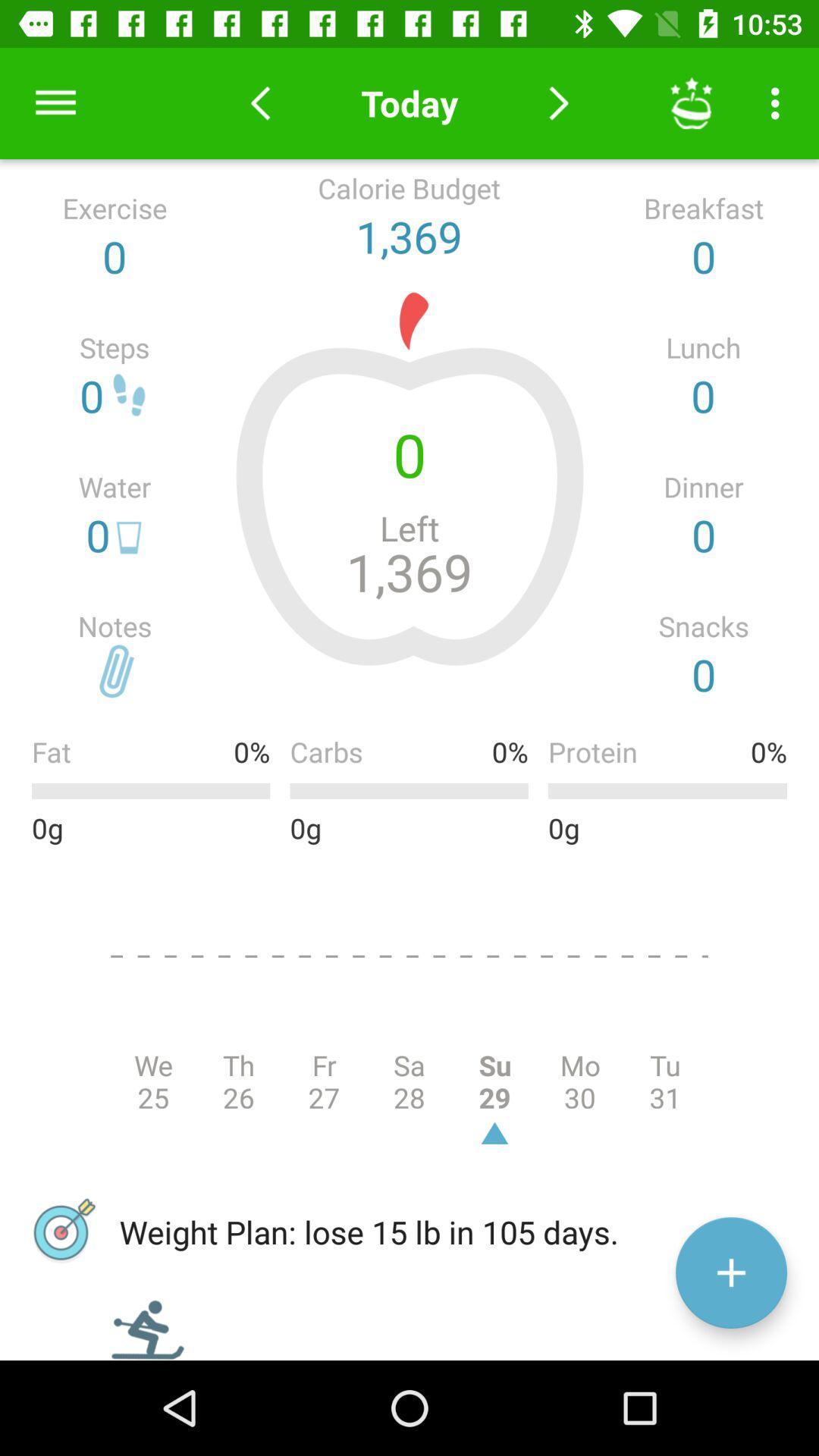  What do you see at coordinates (730, 1272) in the screenshot?
I see `the add icon` at bounding box center [730, 1272].